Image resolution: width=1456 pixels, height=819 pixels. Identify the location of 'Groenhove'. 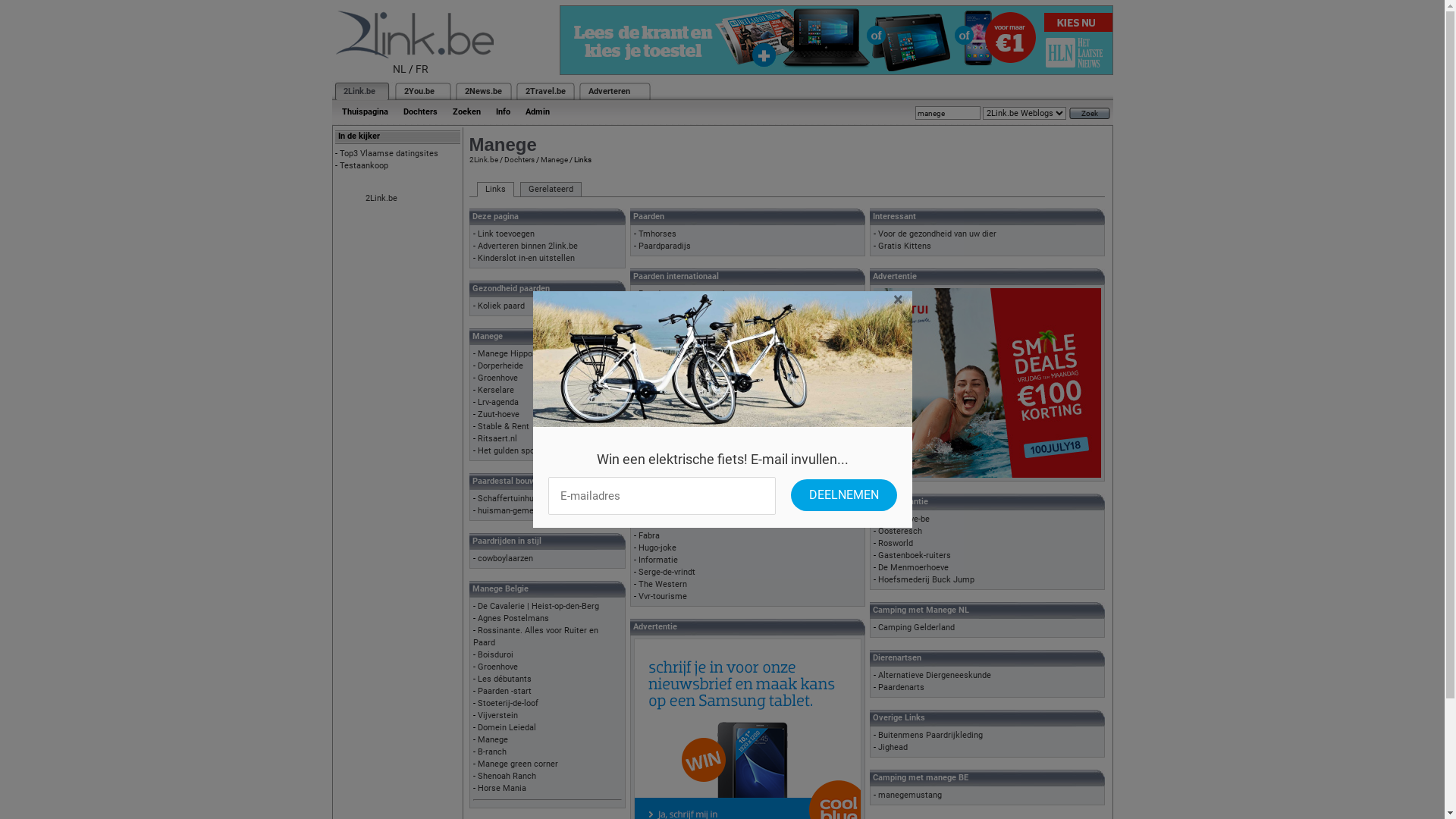
(497, 666).